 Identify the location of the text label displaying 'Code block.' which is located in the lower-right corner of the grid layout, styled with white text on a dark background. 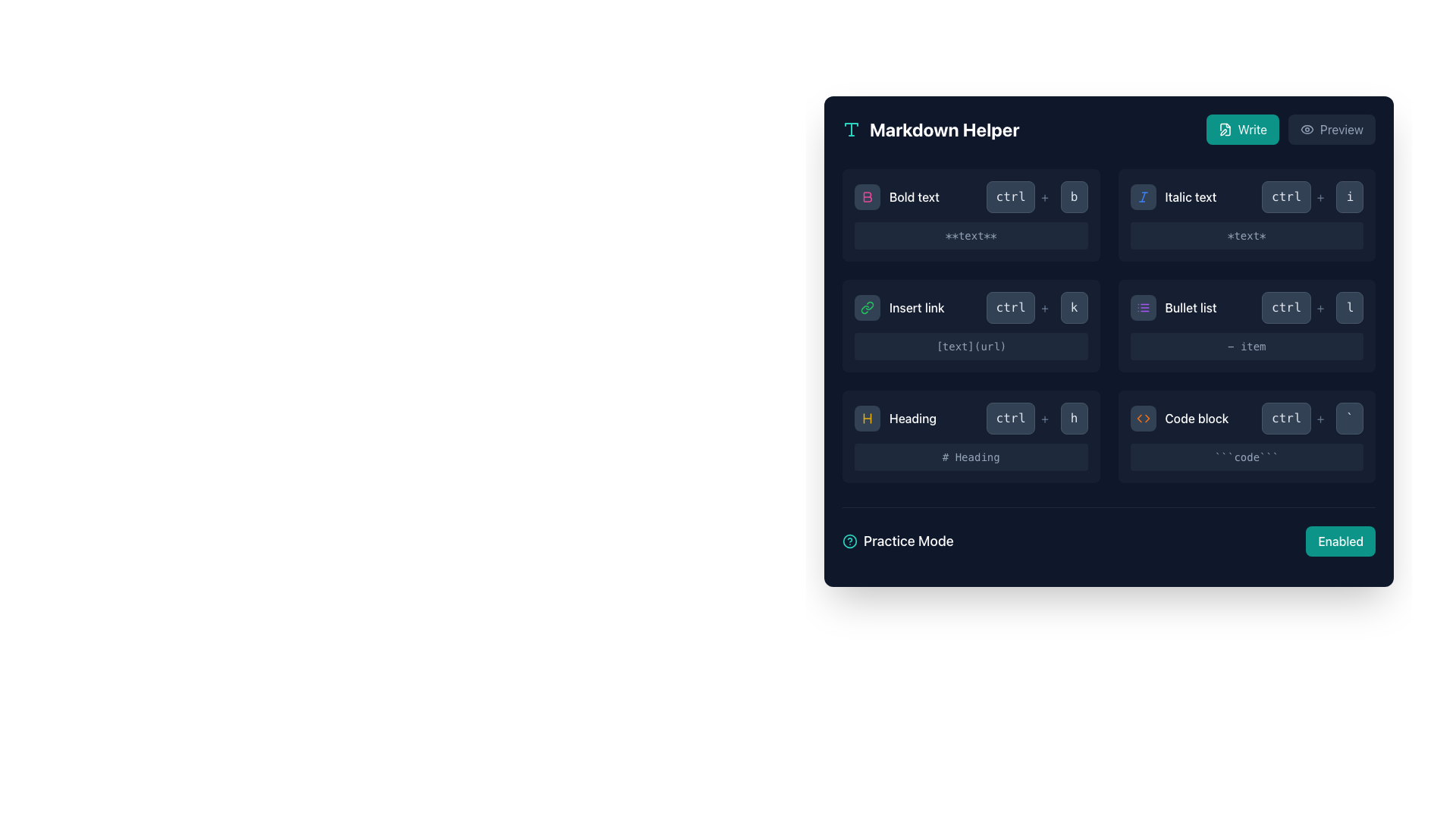
(1196, 418).